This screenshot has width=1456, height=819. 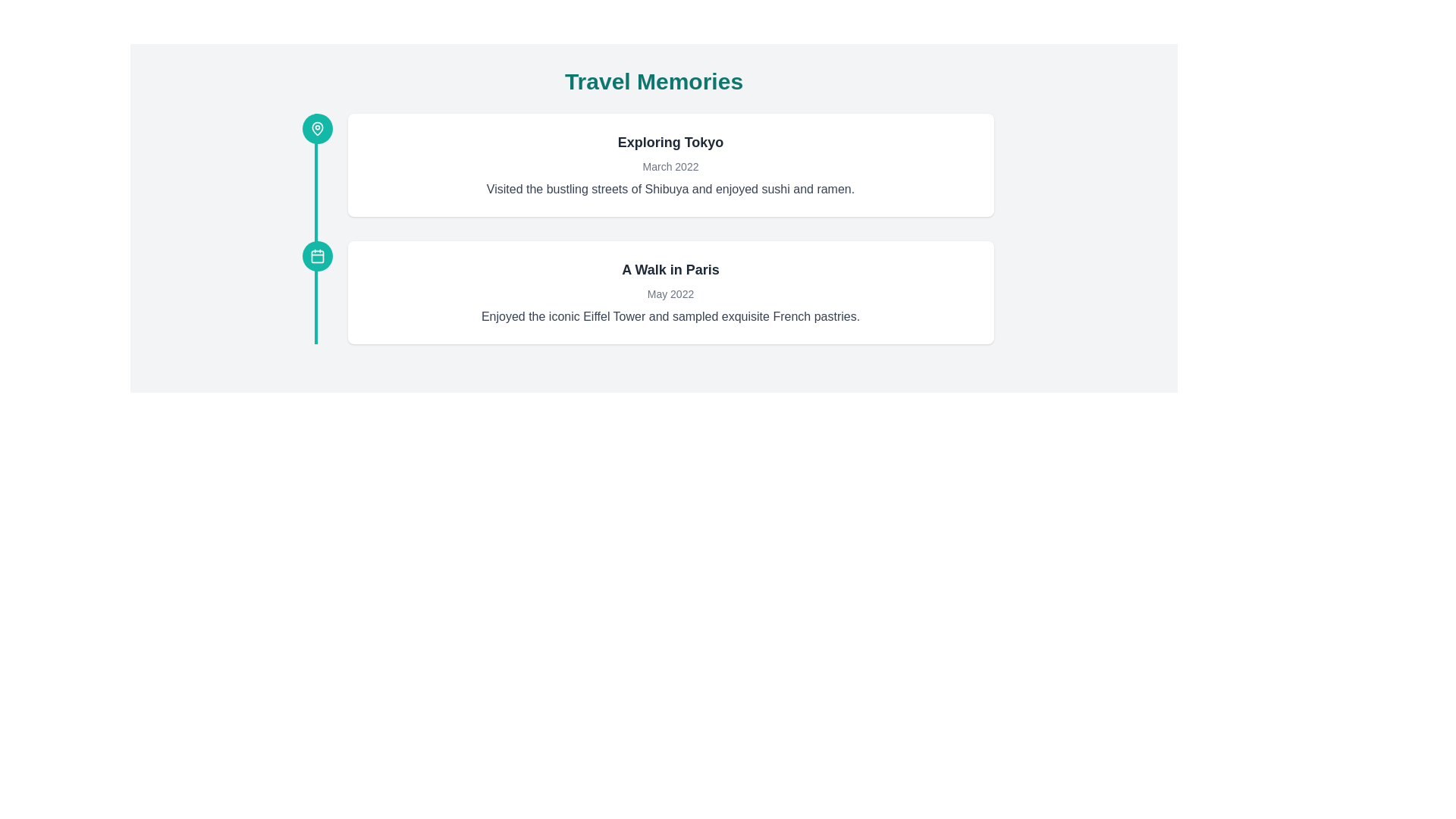 I want to click on the circular calendar icon with a teal background and white calendar symbol, located to the left of the 'A Walk in Paris' section on the timeline, so click(x=316, y=256).